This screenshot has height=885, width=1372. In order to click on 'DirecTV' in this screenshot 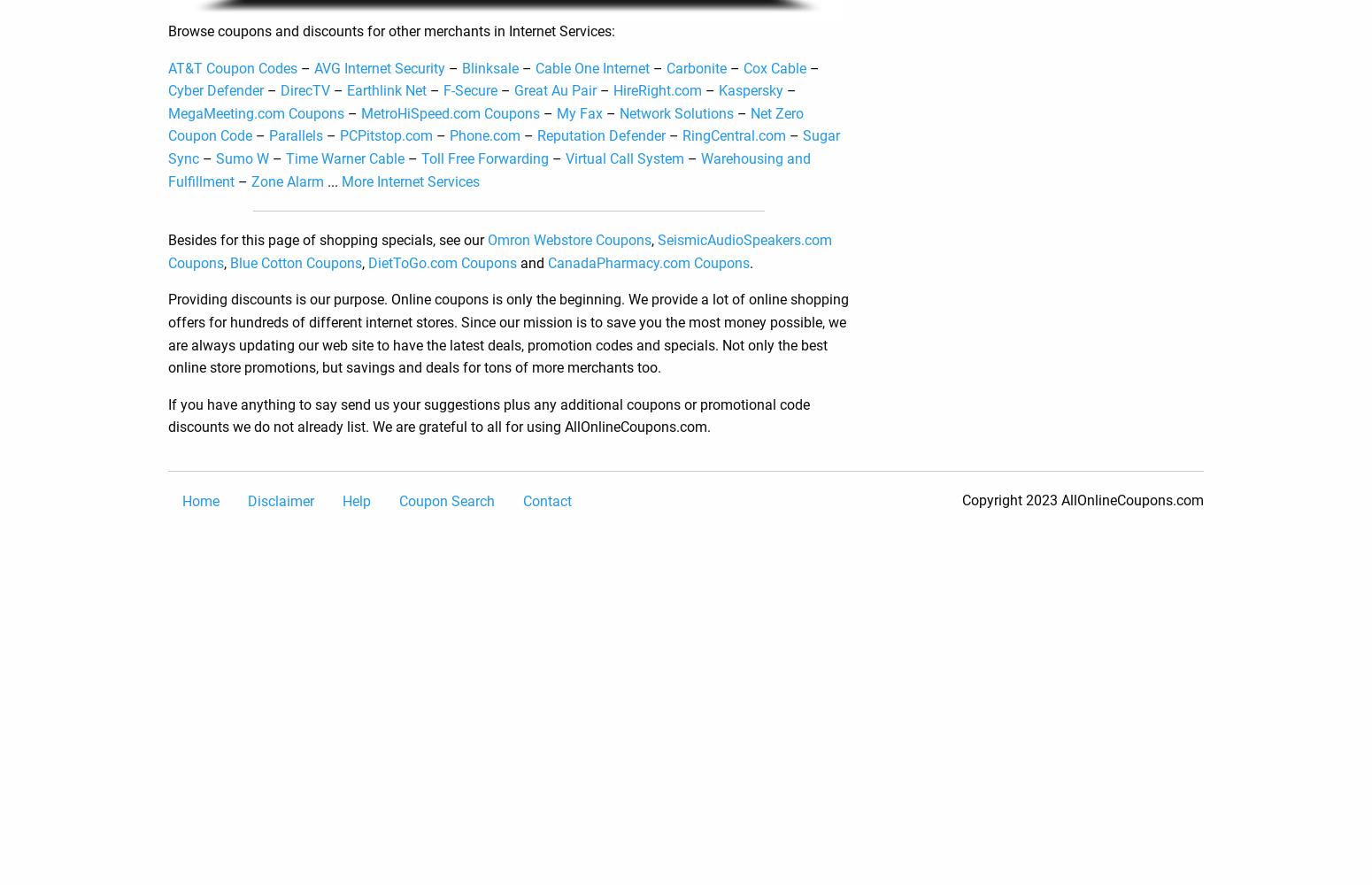, I will do `click(304, 89)`.